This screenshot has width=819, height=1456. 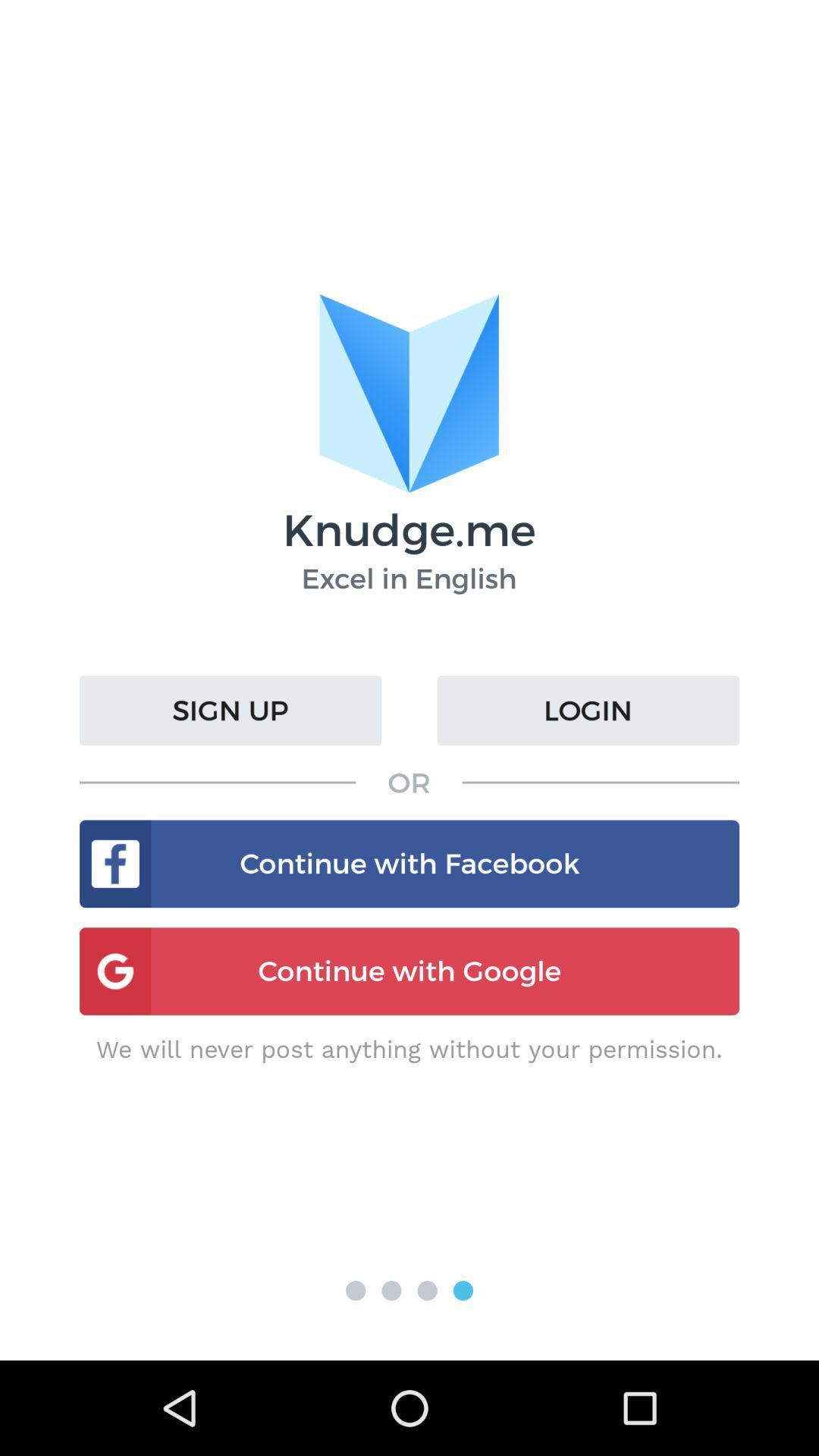 What do you see at coordinates (409, 971) in the screenshot?
I see `the button continue with google on the web page` at bounding box center [409, 971].